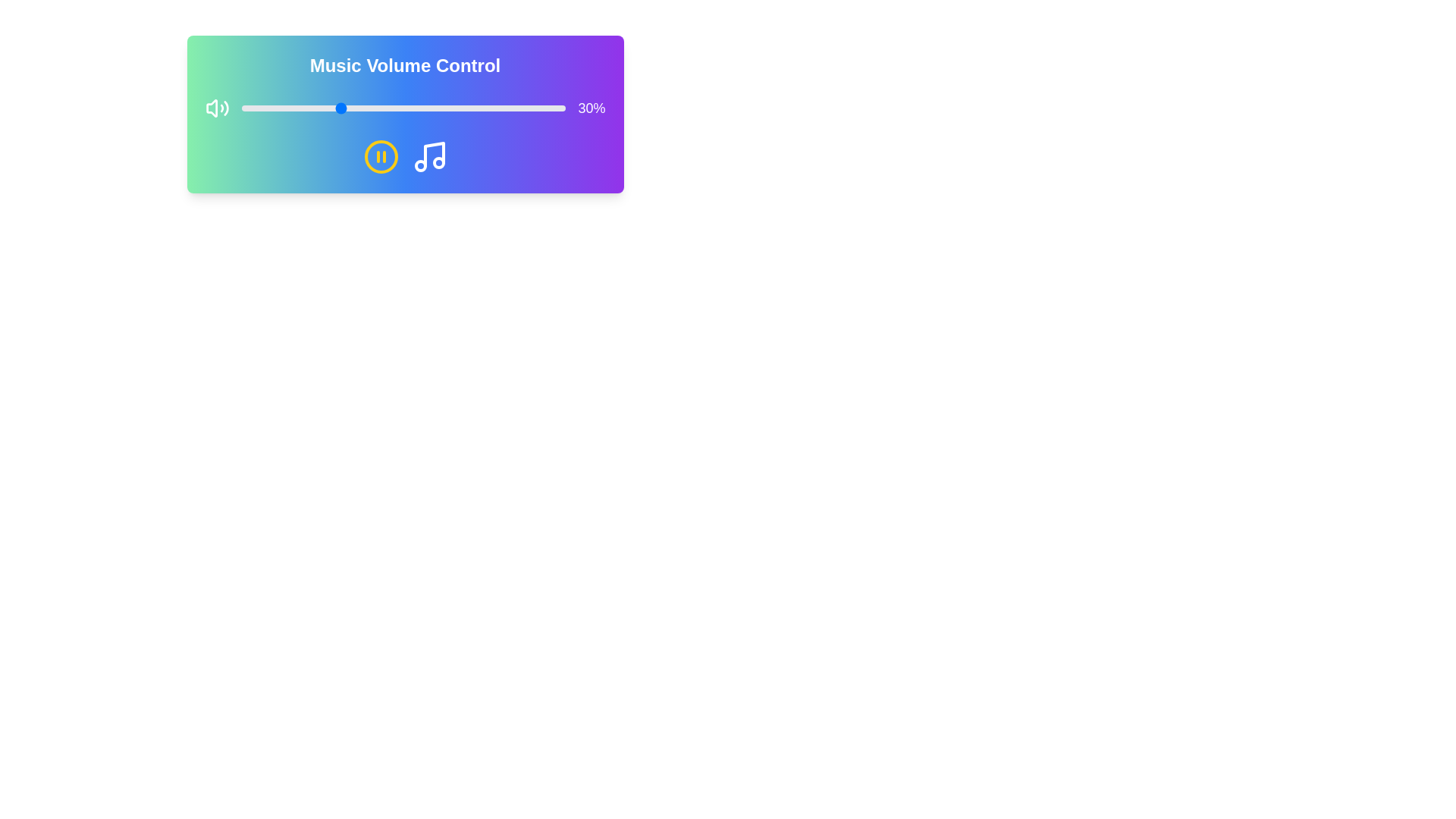 This screenshot has height=819, width=1456. What do you see at coordinates (274, 107) in the screenshot?
I see `the volume` at bounding box center [274, 107].